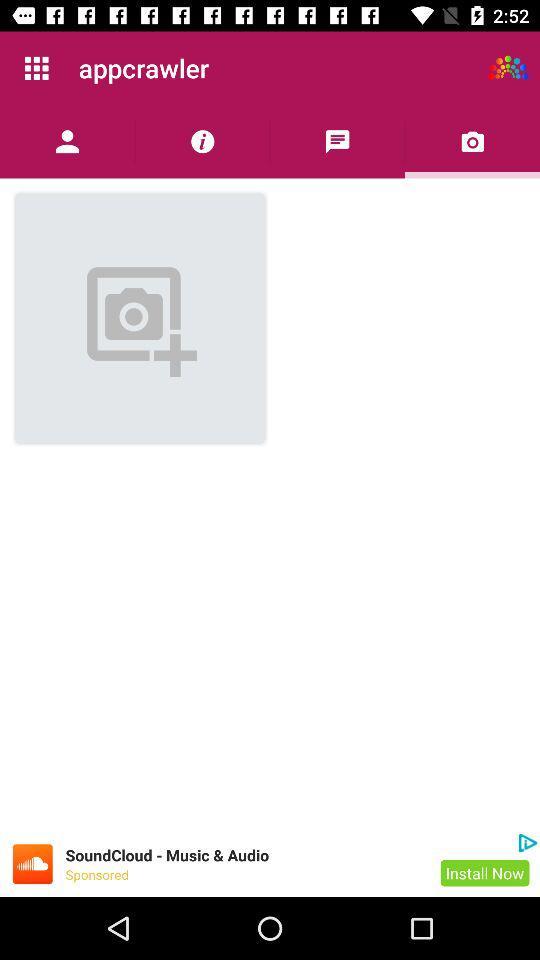 The height and width of the screenshot is (960, 540). What do you see at coordinates (202, 140) in the screenshot?
I see `show more information` at bounding box center [202, 140].